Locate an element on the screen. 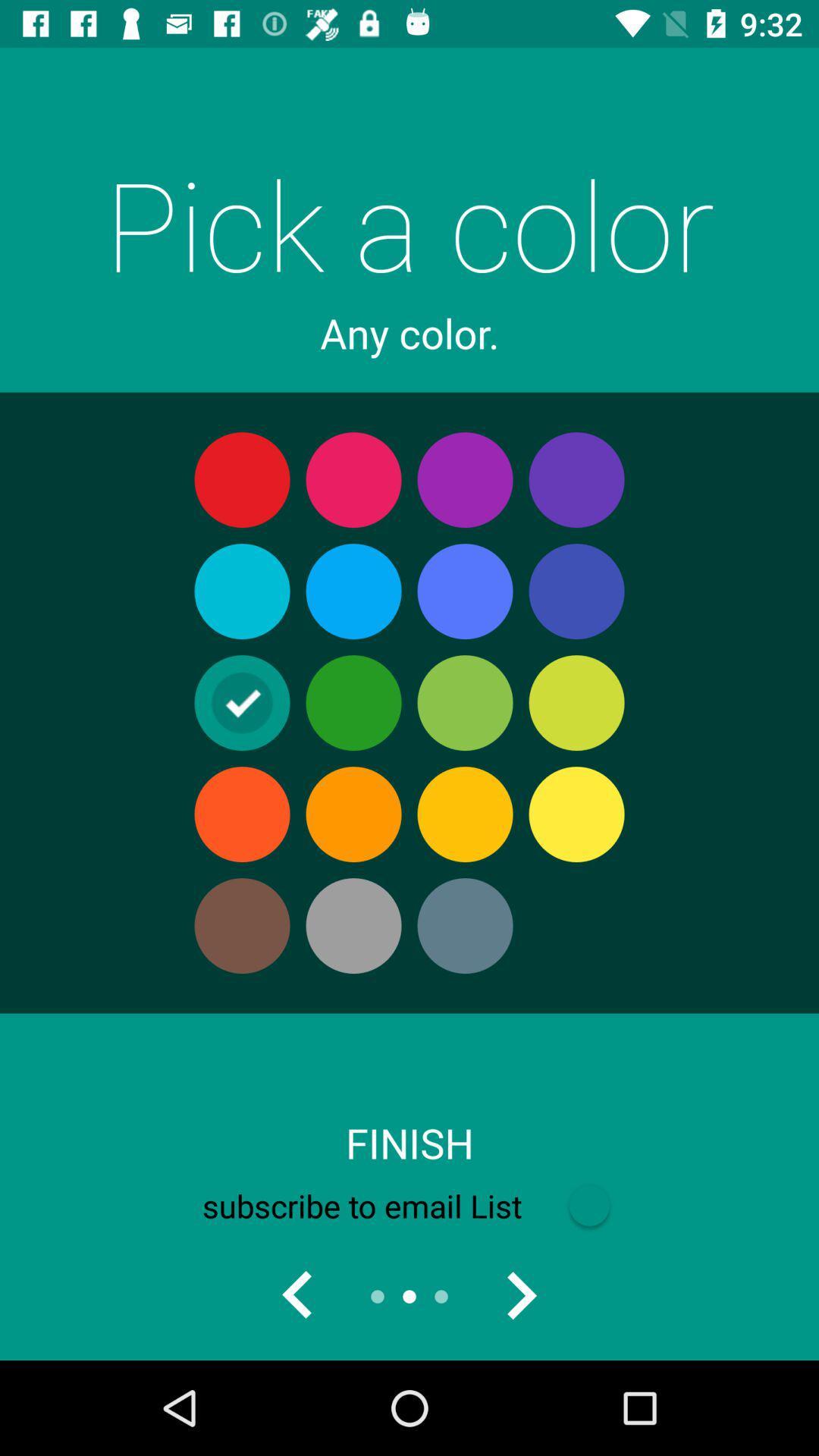  finish icon is located at coordinates (409, 1143).